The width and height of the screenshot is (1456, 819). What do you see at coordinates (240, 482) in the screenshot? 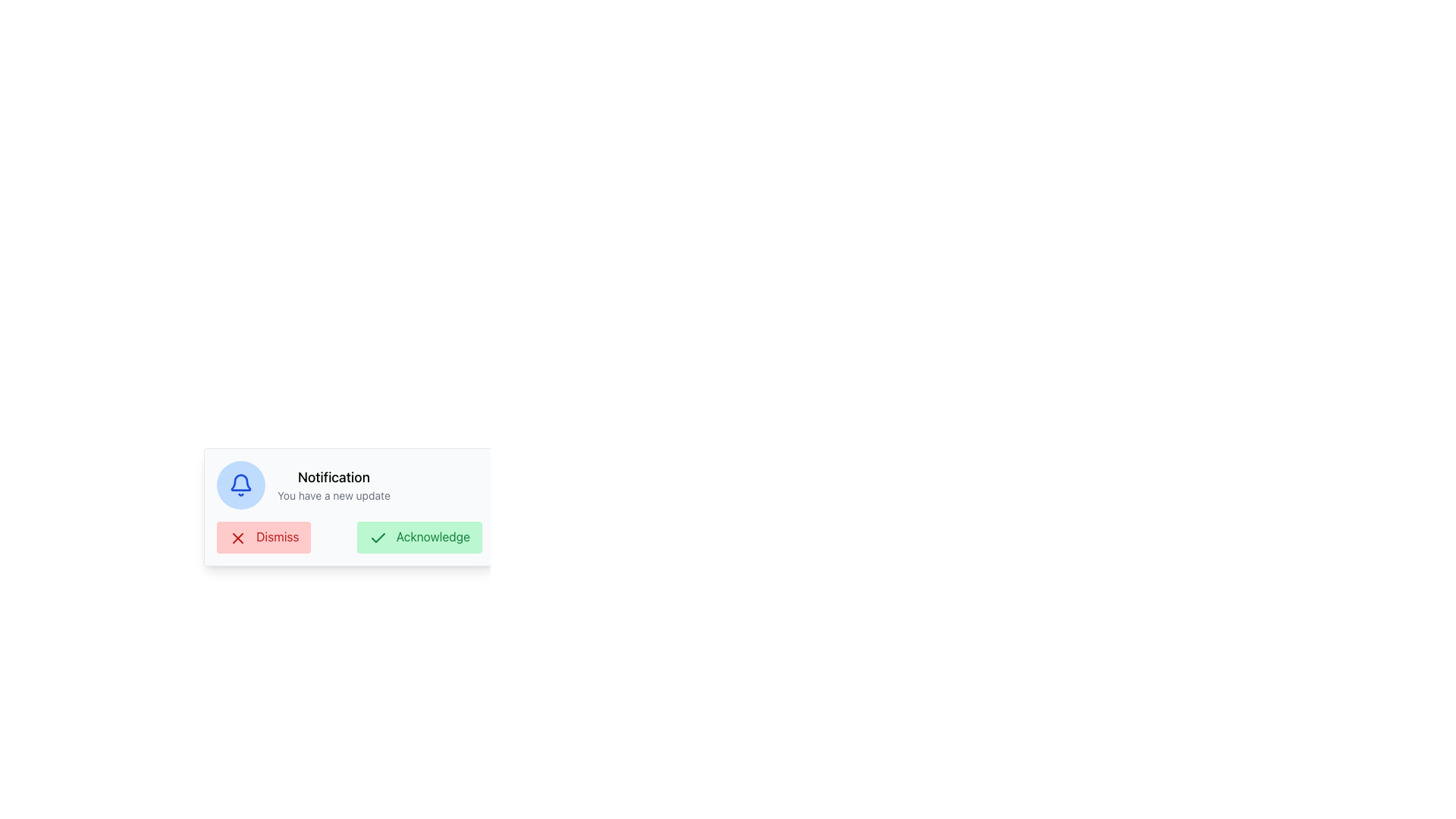
I see `the notification icon, which is represented by a circular blue frame located at the top left corner of the notification card` at bounding box center [240, 482].